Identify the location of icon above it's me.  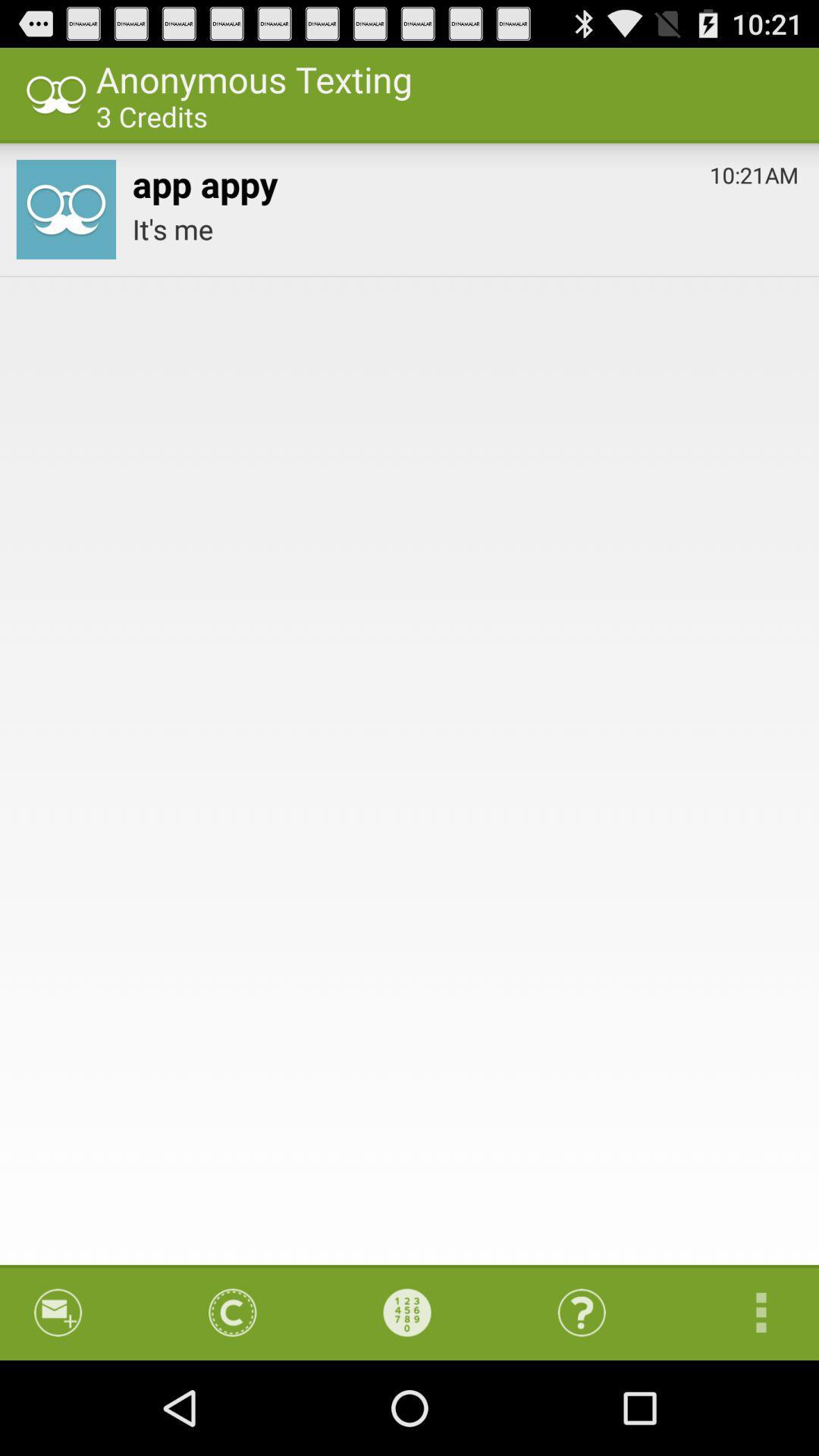
(205, 180).